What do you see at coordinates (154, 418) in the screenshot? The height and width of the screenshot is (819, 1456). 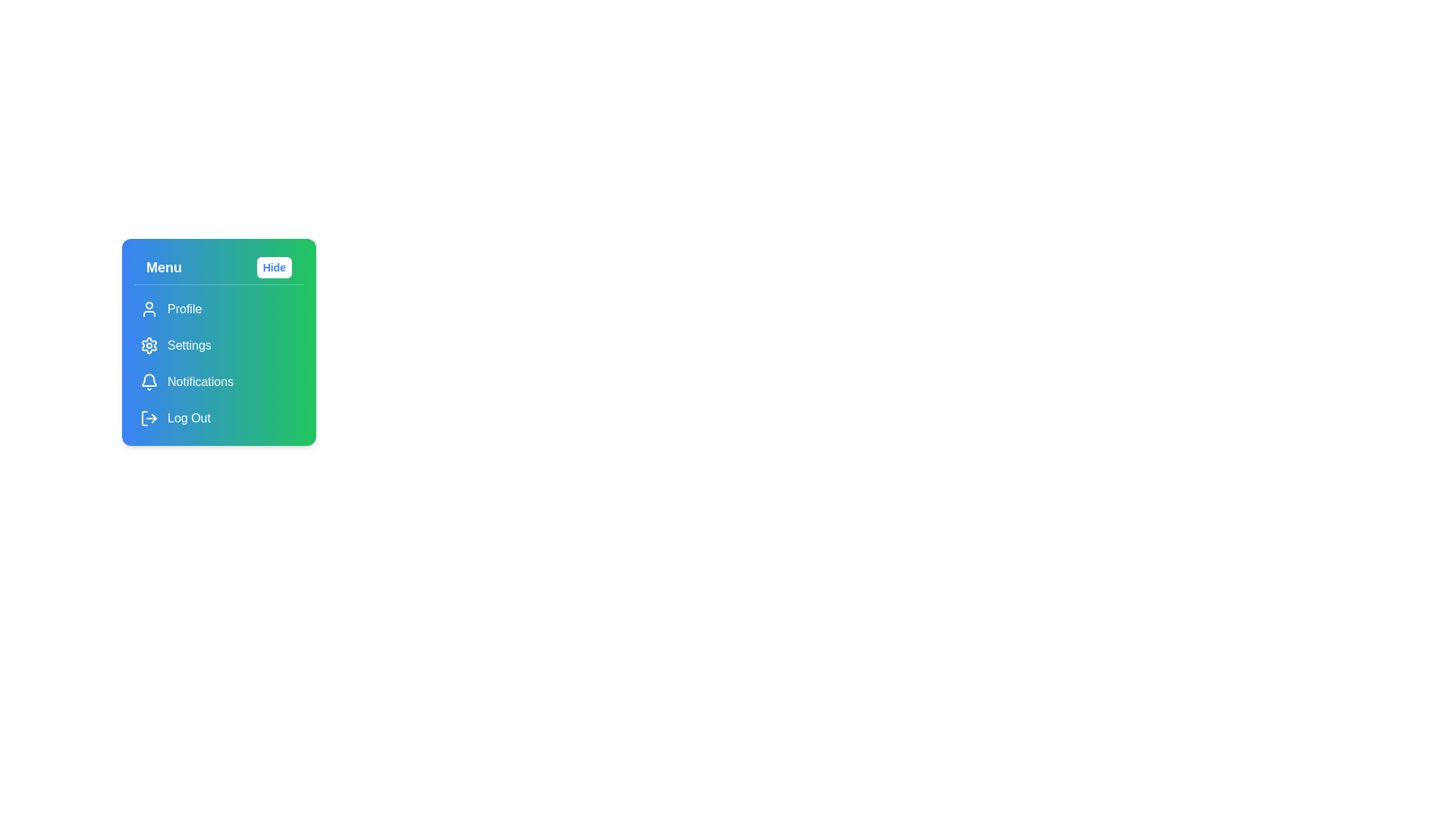 I see `the logout arrowhead icon located at the bottom of the menu, which is part of an SVG graphic representing the logout process` at bounding box center [154, 418].